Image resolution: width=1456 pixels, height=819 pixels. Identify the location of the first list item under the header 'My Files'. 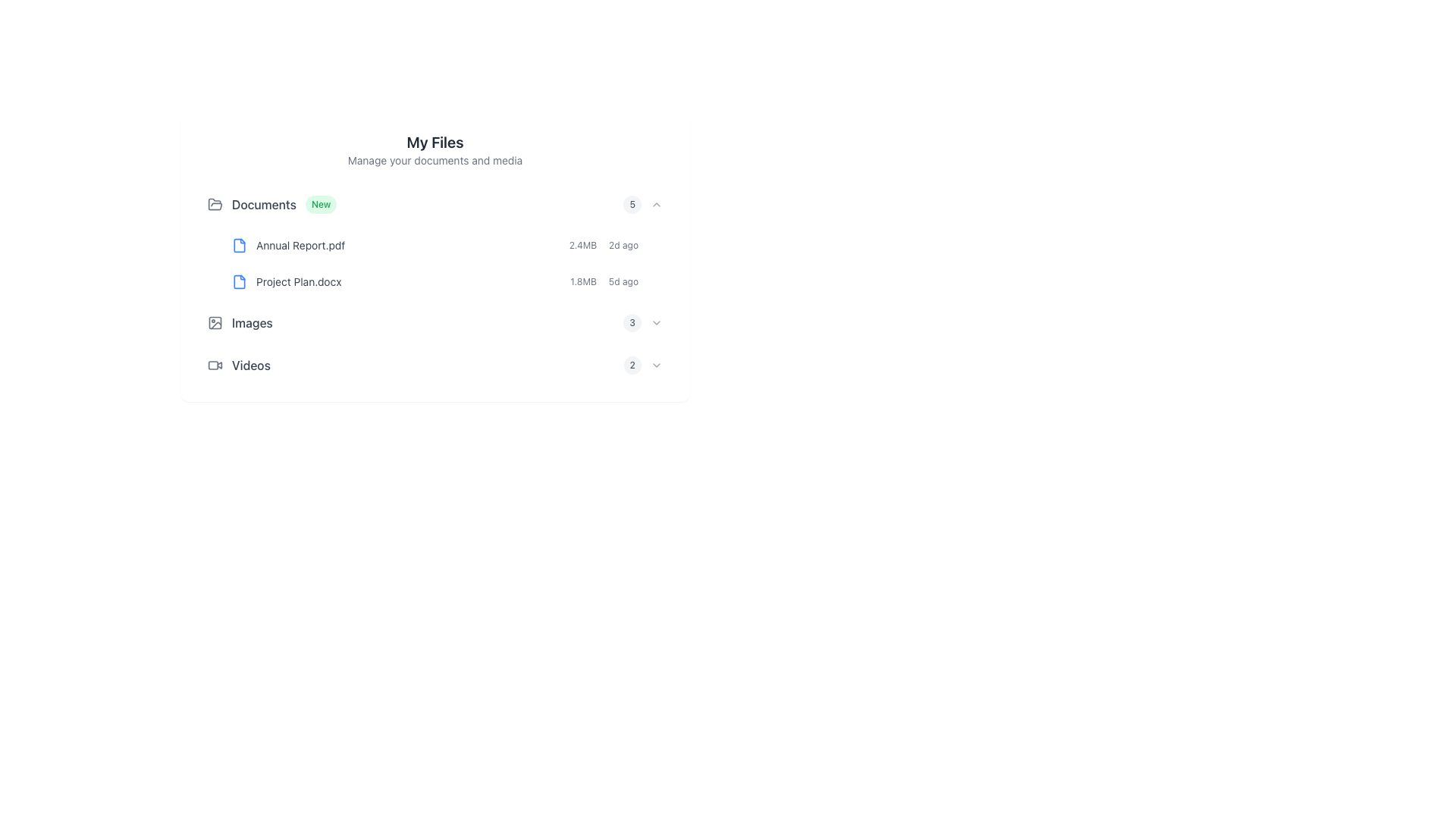
(272, 205).